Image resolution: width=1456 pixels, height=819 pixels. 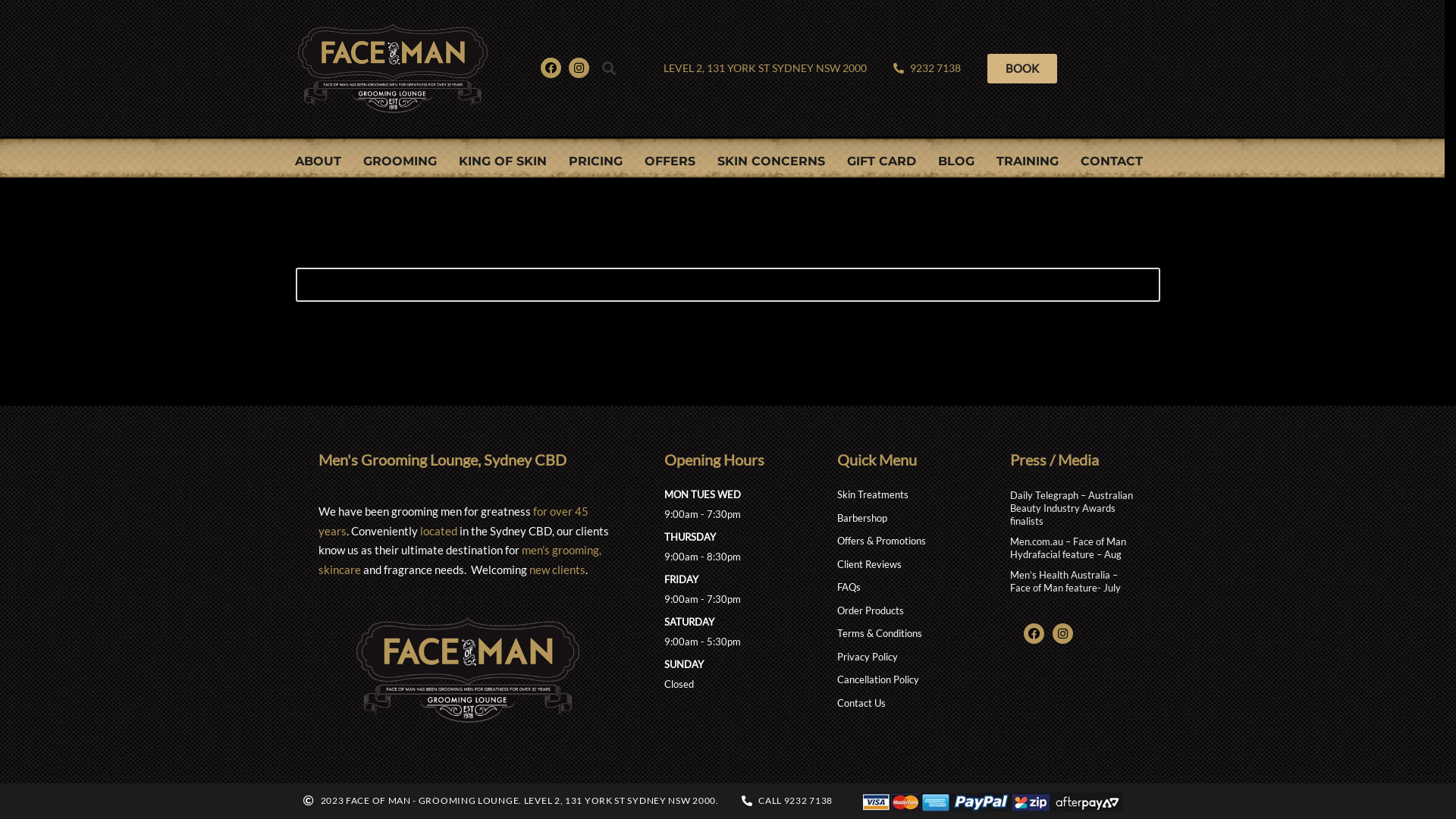 I want to click on 'FAQs', so click(x=900, y=587).